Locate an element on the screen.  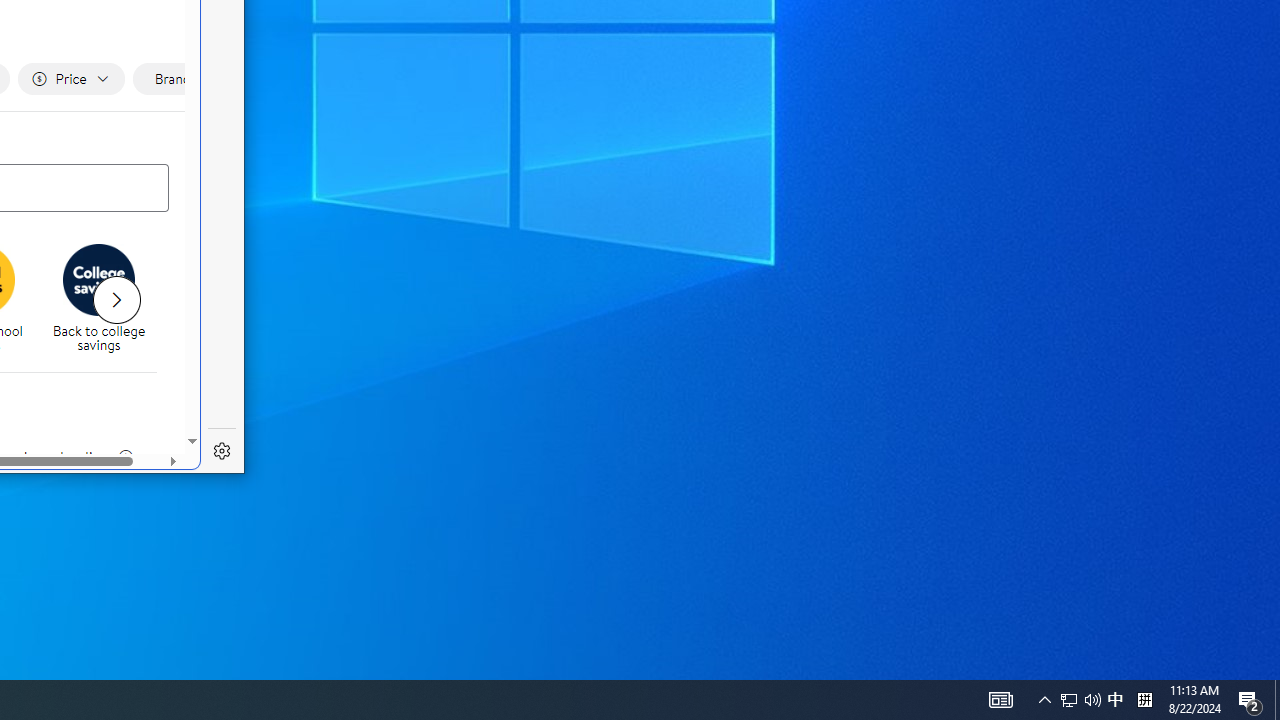
'Back to college savings' is located at coordinates (105, 300).